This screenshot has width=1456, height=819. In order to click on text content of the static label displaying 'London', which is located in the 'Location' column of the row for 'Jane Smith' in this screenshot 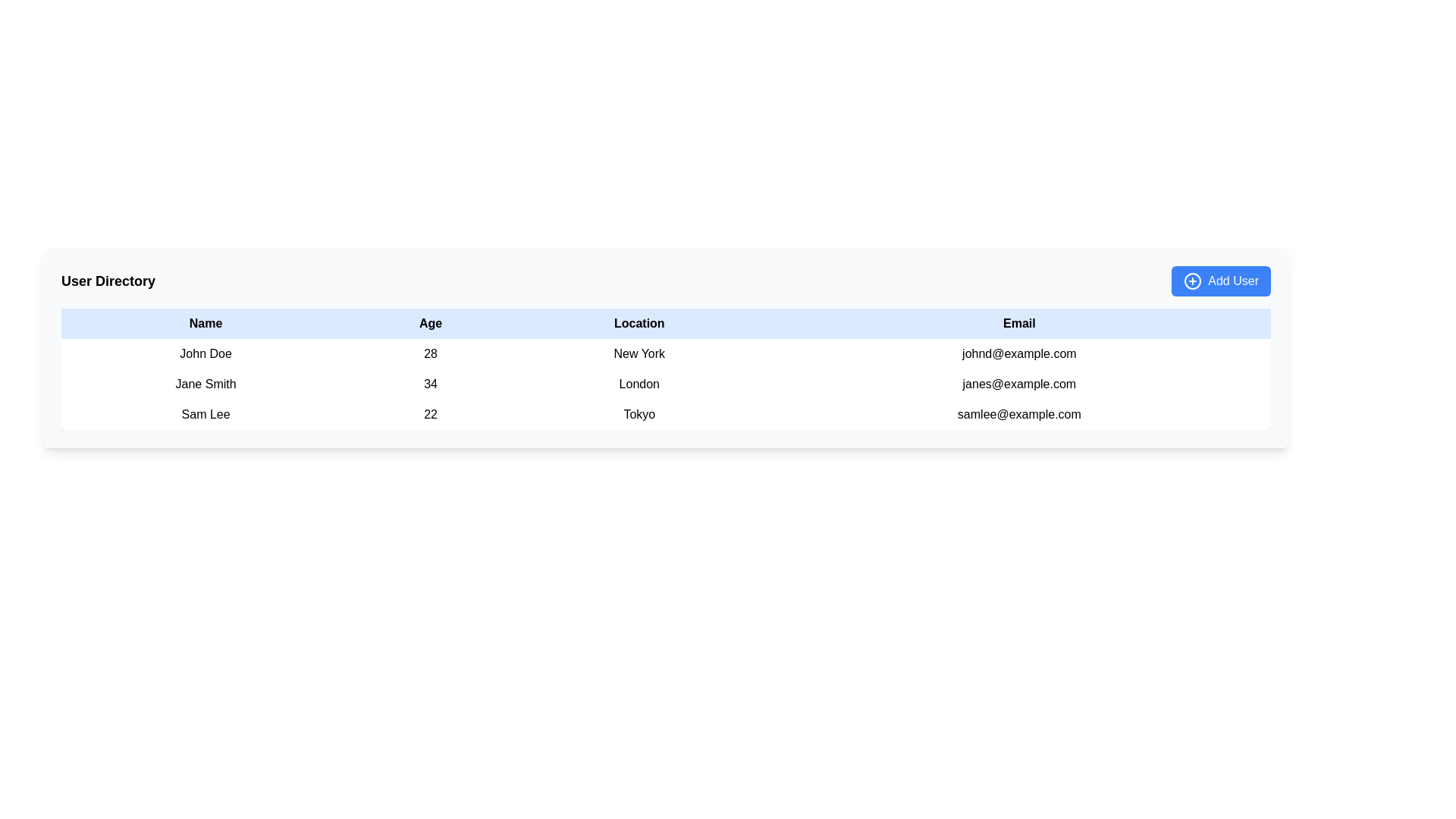, I will do `click(639, 383)`.